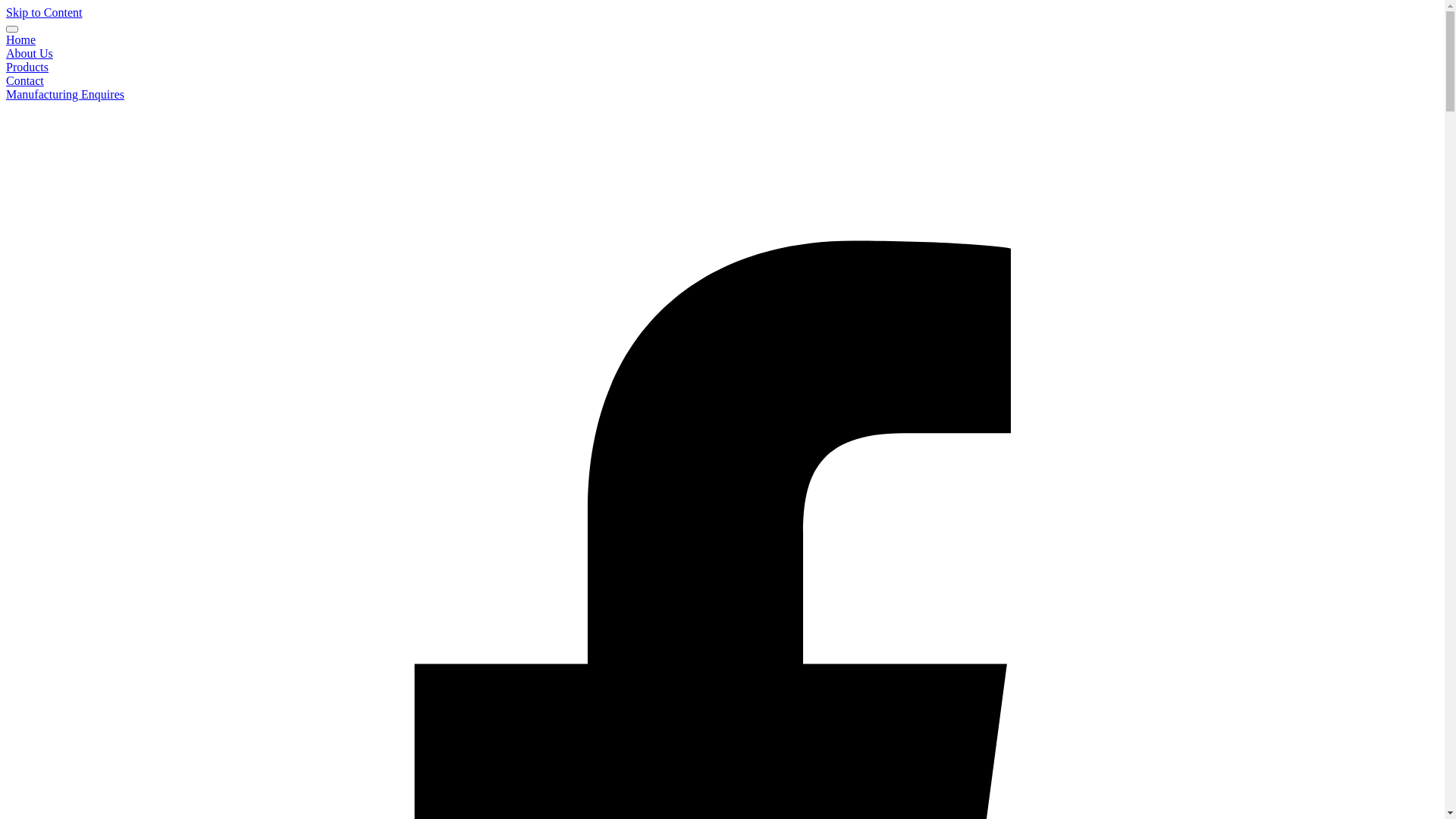 This screenshot has width=1456, height=819. Describe the element at coordinates (64, 94) in the screenshot. I see `'Manufacturing Enquires'` at that location.